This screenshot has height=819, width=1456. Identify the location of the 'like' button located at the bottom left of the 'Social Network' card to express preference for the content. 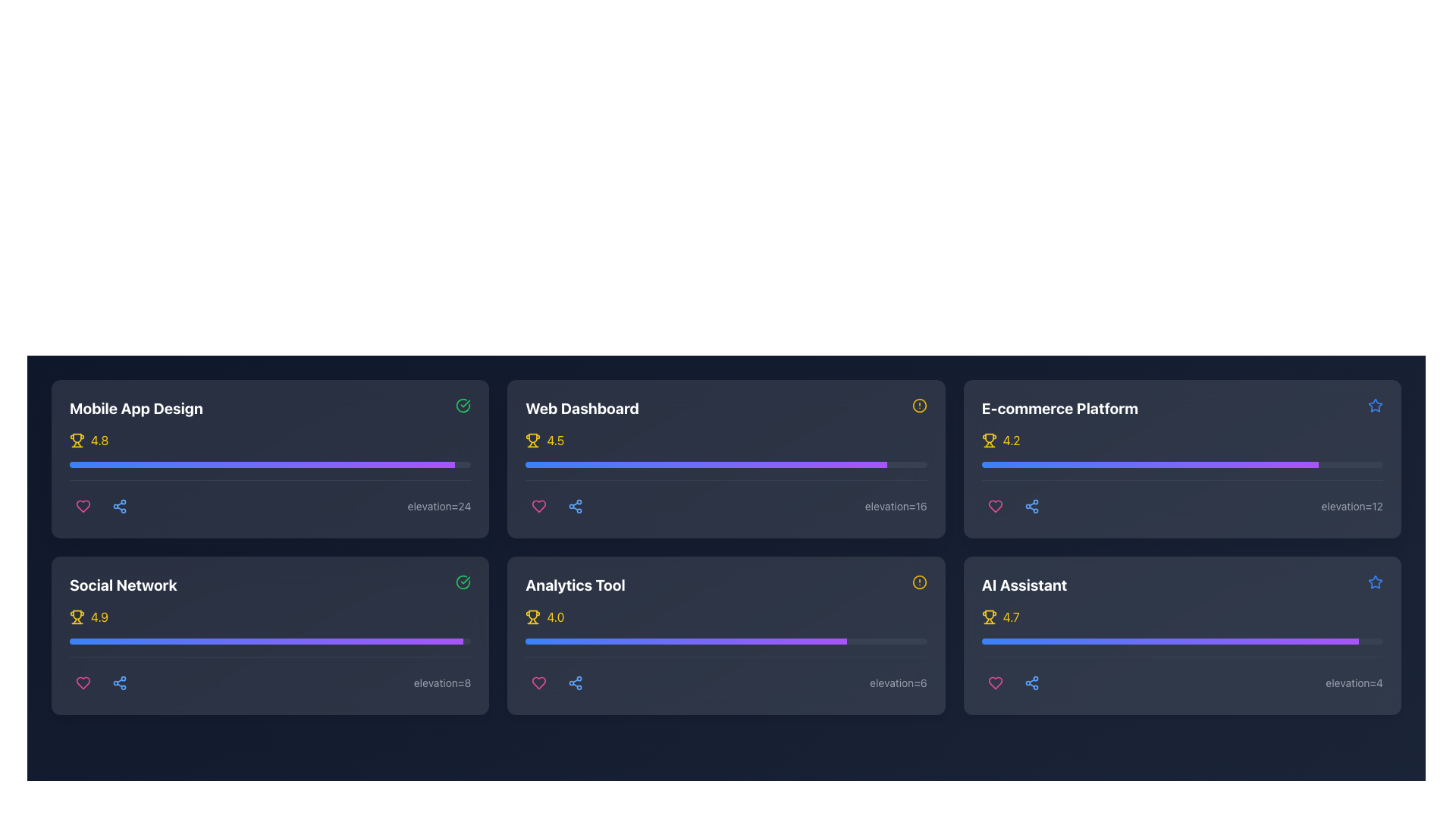
(83, 683).